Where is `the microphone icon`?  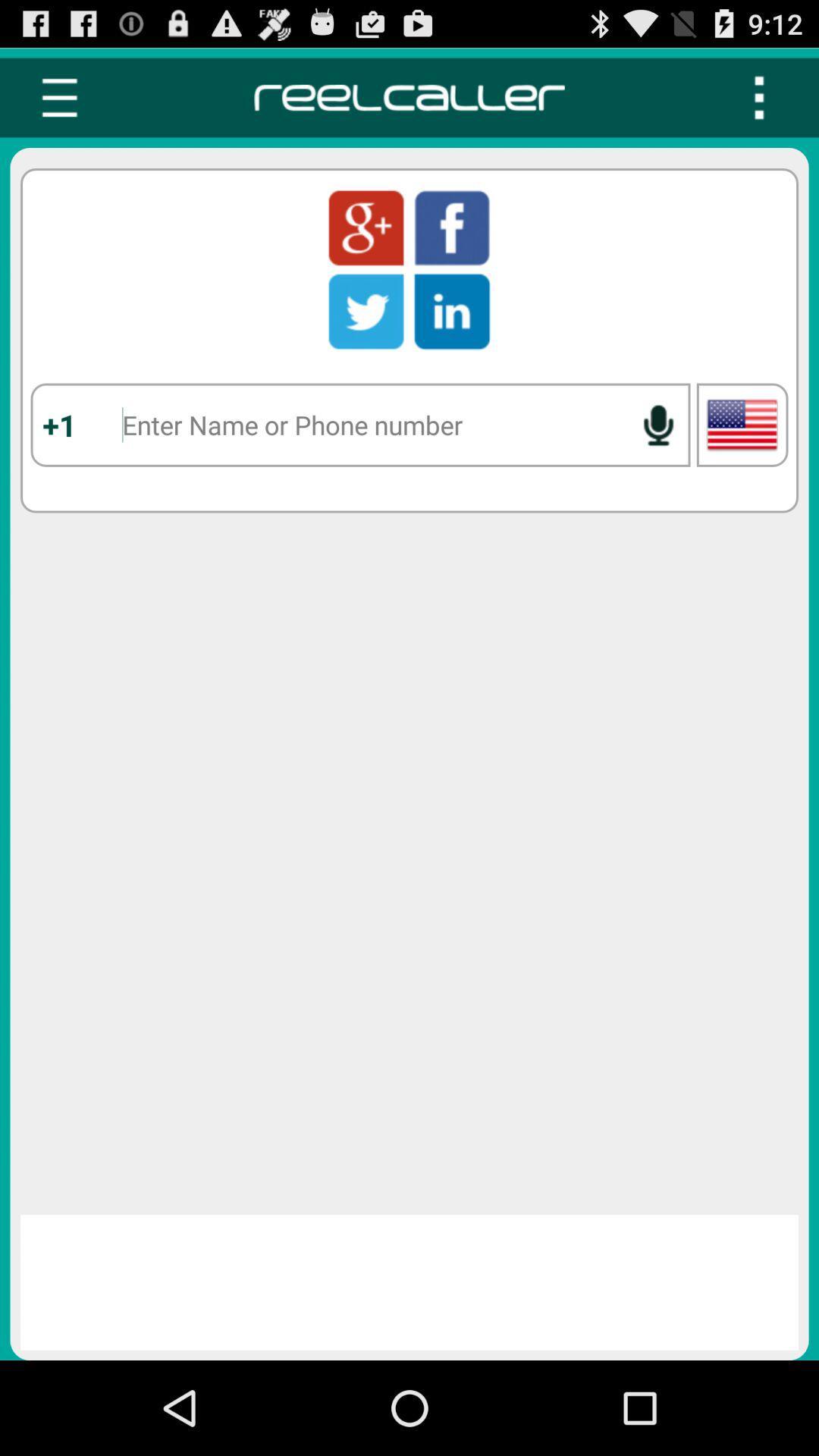
the microphone icon is located at coordinates (657, 454).